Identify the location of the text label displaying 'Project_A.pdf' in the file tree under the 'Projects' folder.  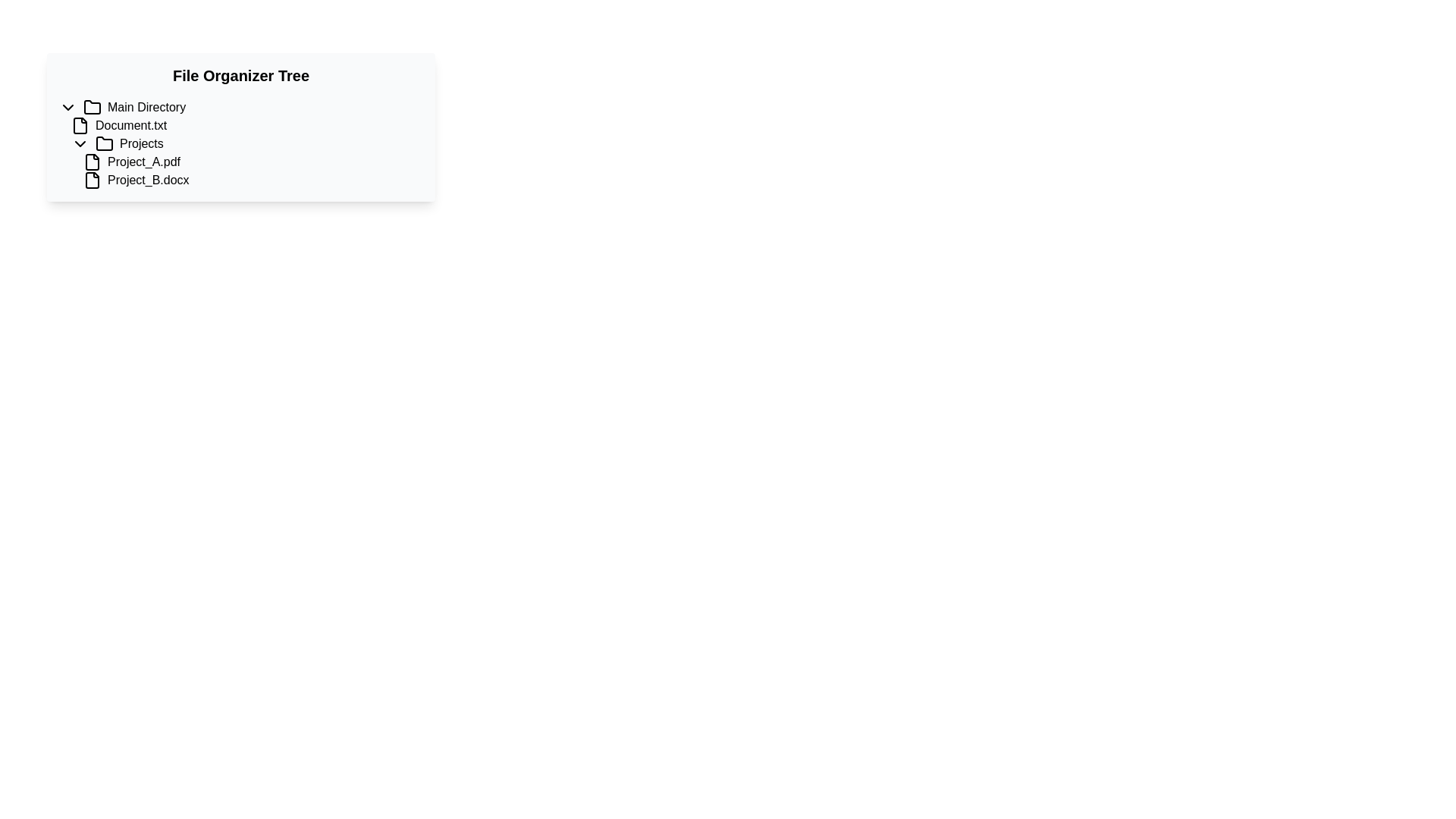
(144, 162).